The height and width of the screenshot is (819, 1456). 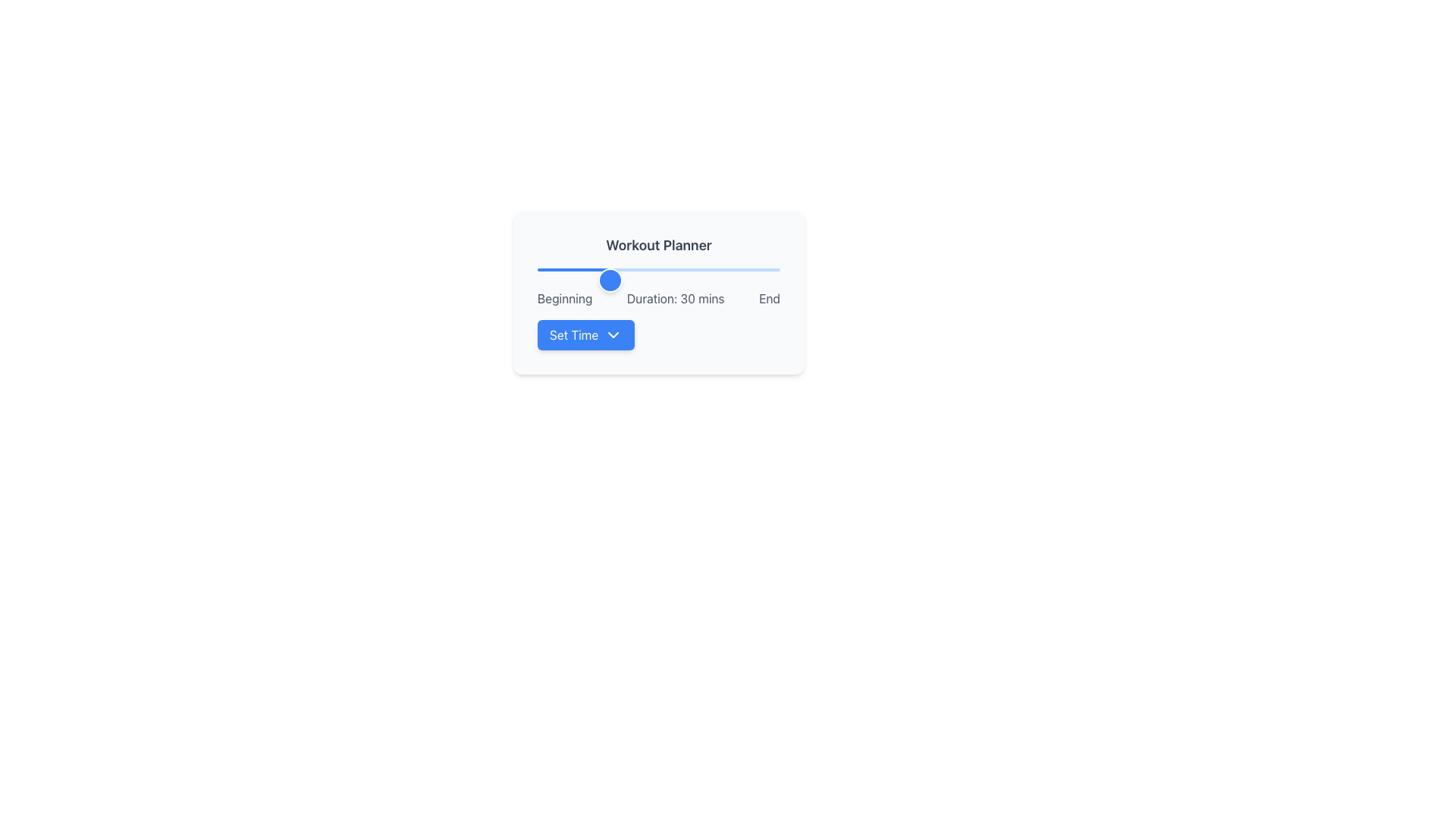 I want to click on the chevron-down icon with a blue background and white strokes, which is located immediately to the right of the 'Set Time' button, so click(x=613, y=334).